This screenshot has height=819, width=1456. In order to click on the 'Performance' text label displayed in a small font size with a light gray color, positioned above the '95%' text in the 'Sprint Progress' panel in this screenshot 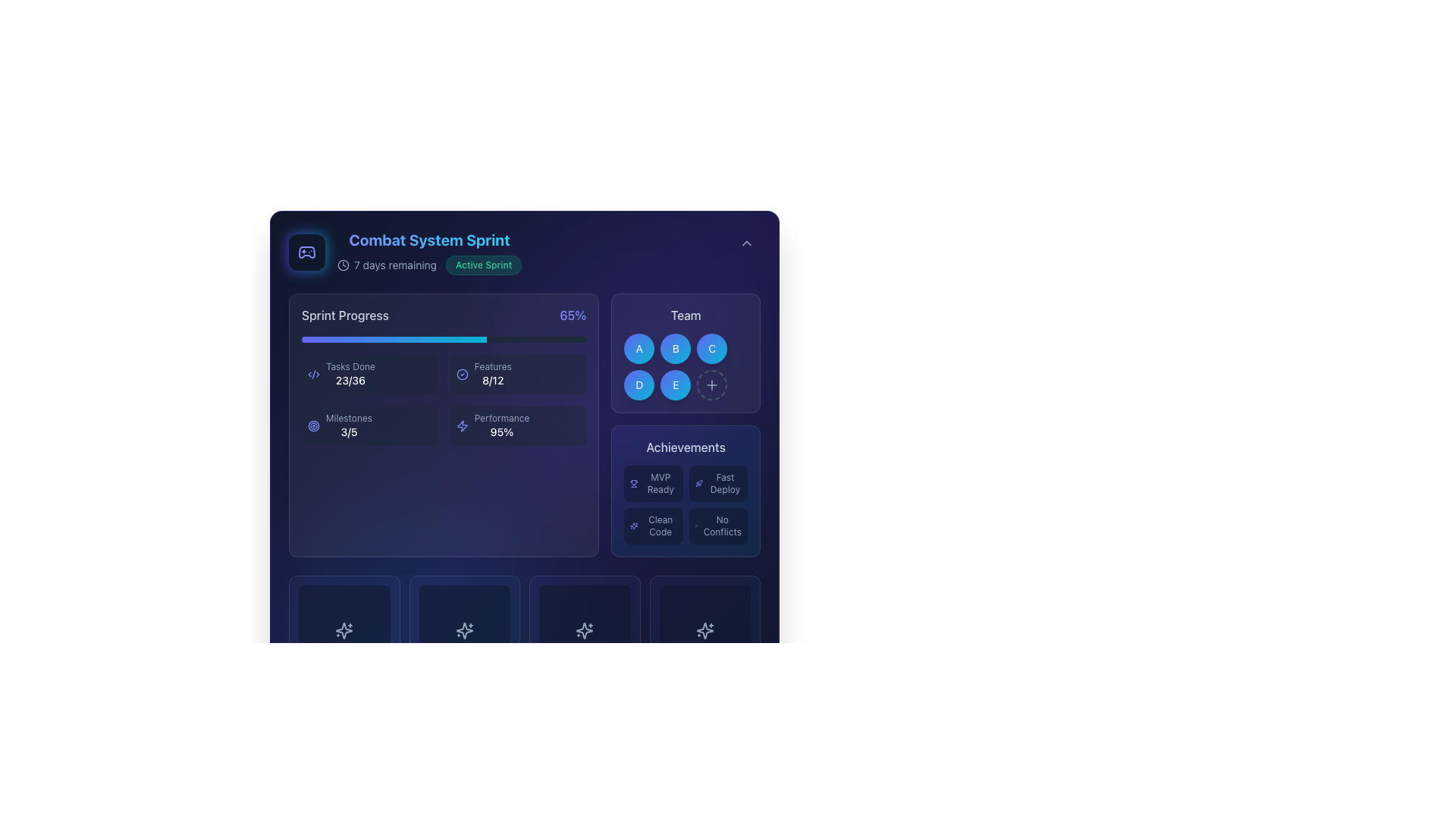, I will do `click(502, 418)`.